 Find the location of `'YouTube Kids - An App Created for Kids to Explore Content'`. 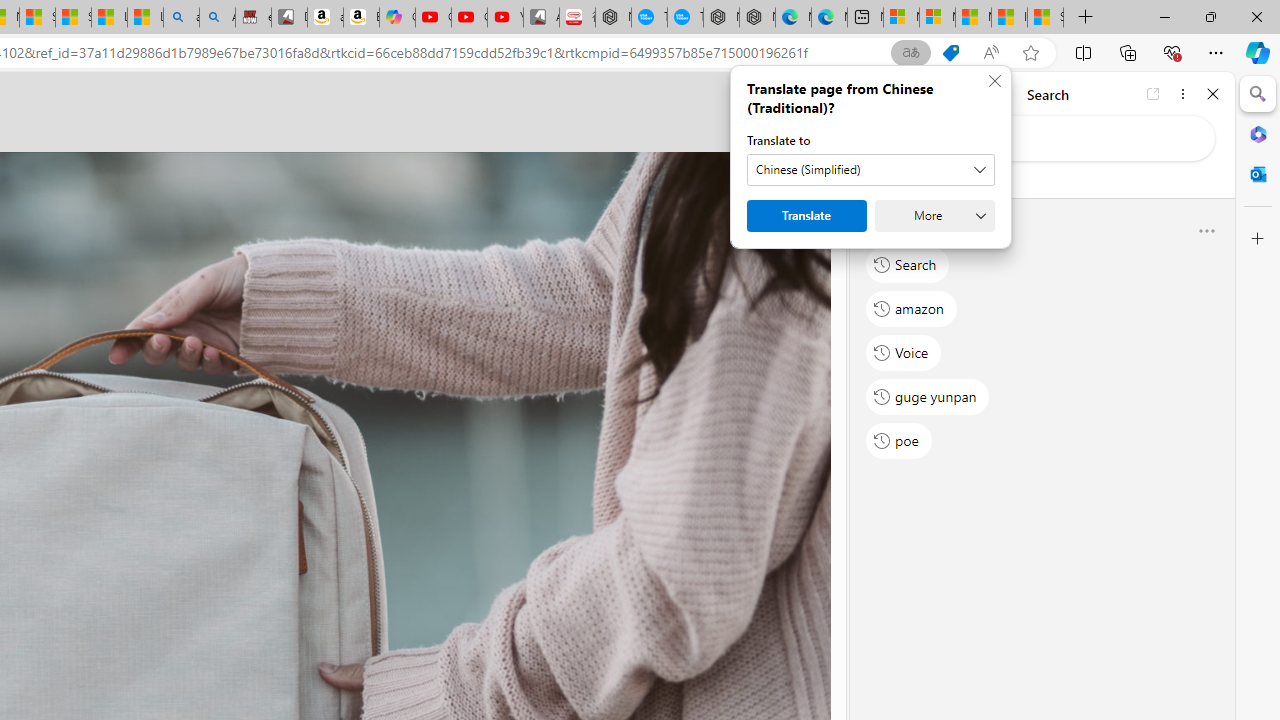

'YouTube Kids - An App Created for Kids to Explore Content' is located at coordinates (505, 17).